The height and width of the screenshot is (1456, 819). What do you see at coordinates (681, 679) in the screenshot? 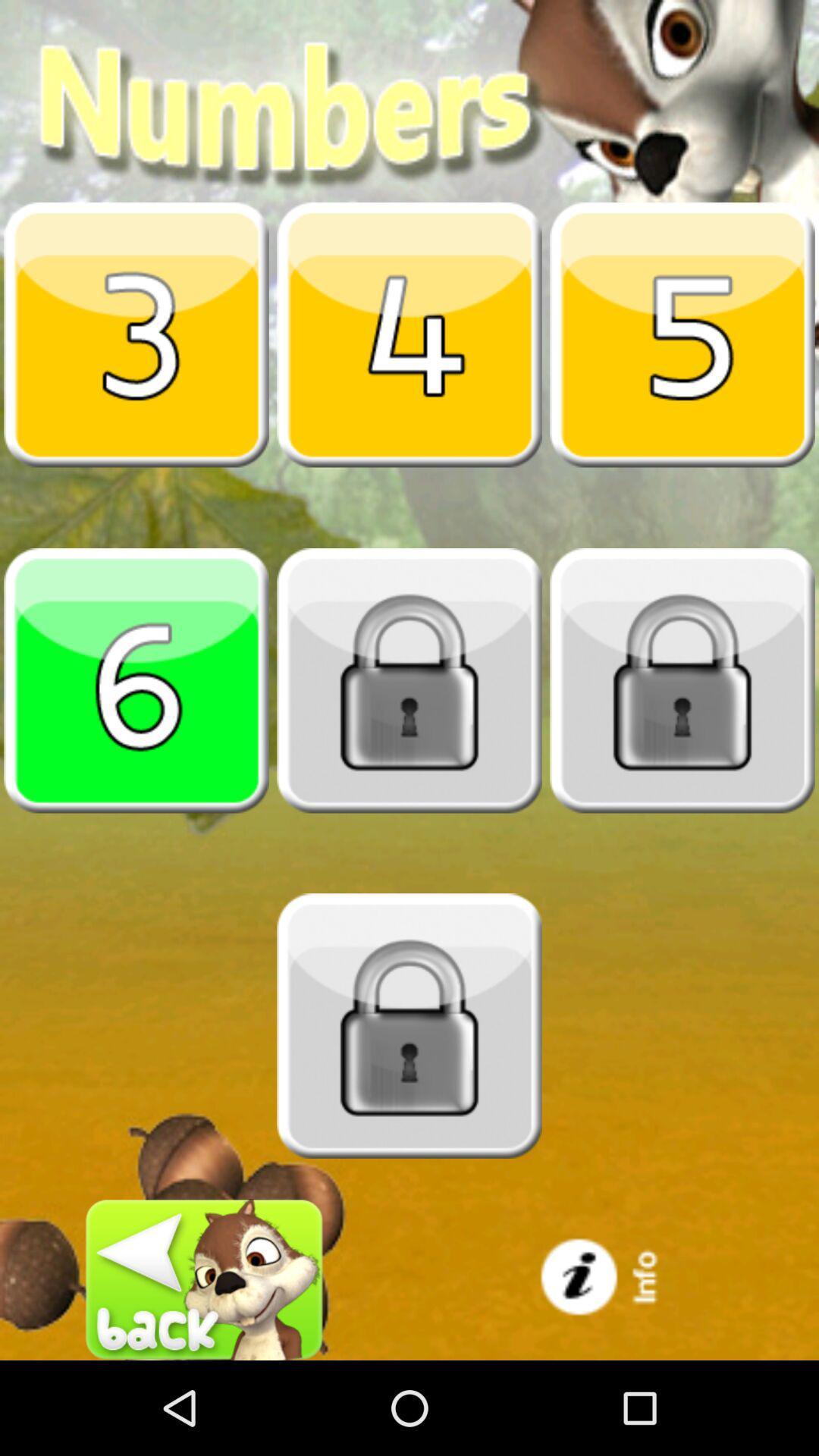
I see `check the locked item` at bounding box center [681, 679].